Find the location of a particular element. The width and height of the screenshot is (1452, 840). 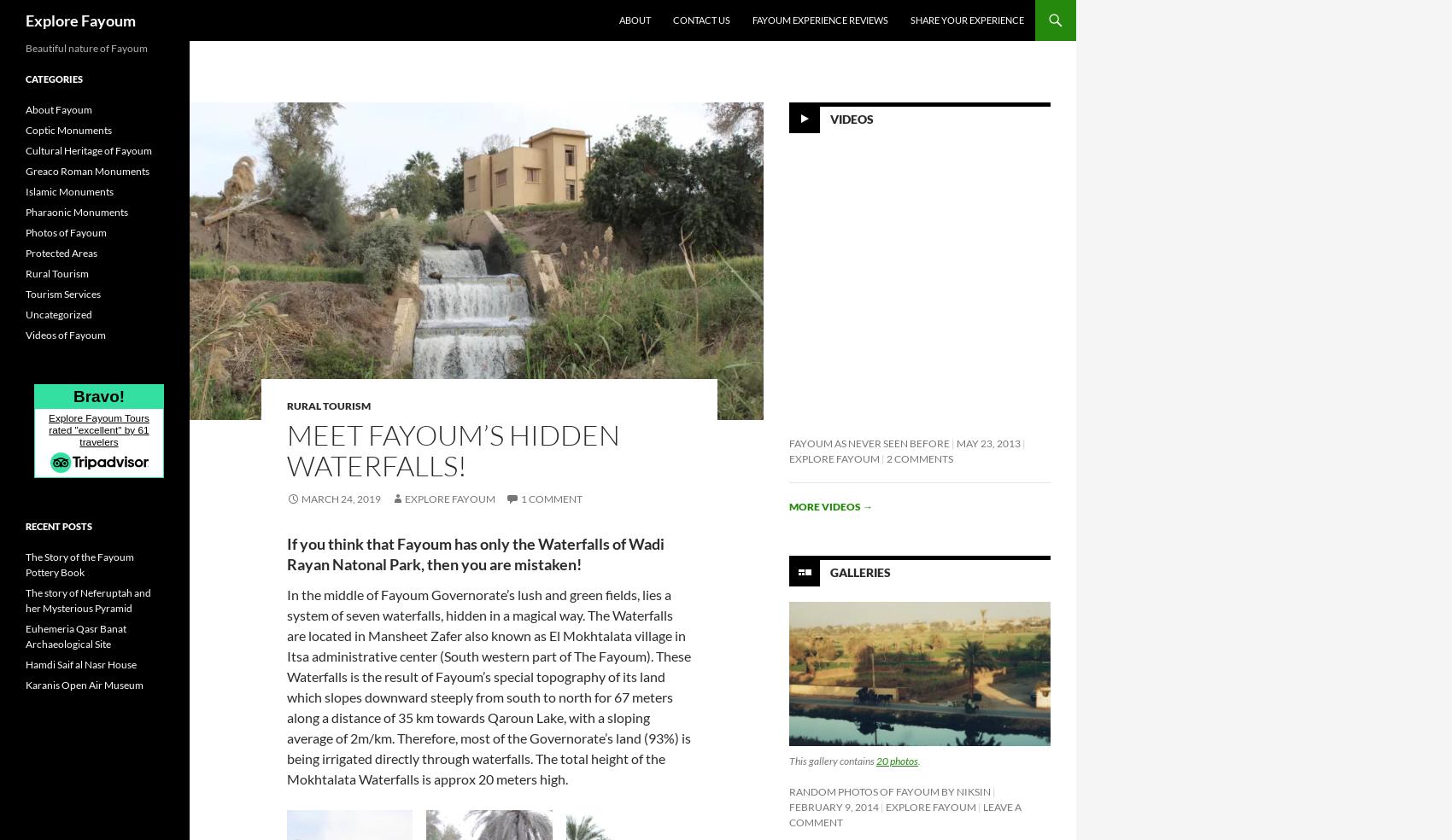

'About' is located at coordinates (619, 19).